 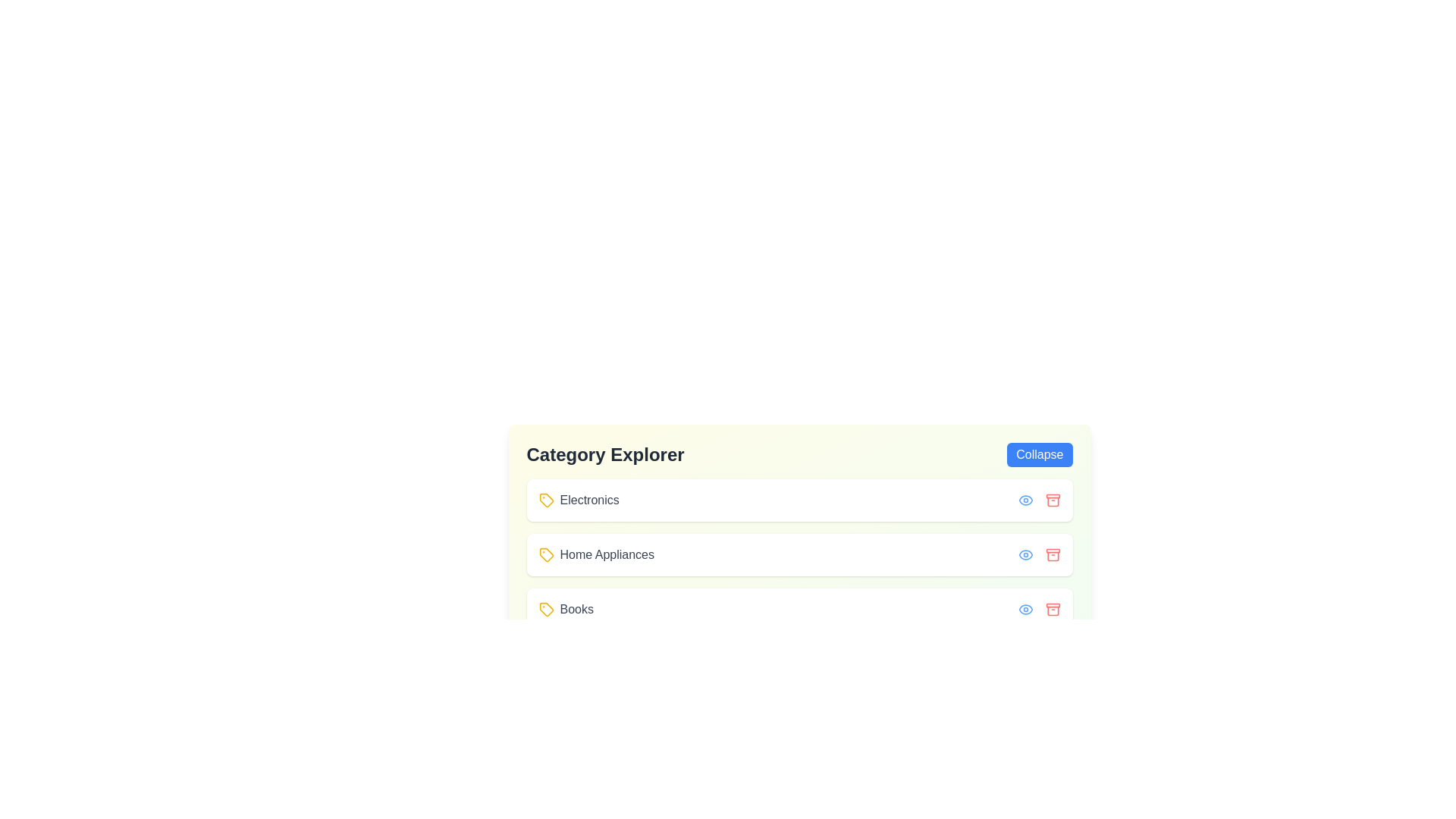 I want to click on the 'Electronics' category icon, which is the first of three similar tag icons located to the left of the text labels under the 'Category Explorer' header, so click(x=546, y=500).